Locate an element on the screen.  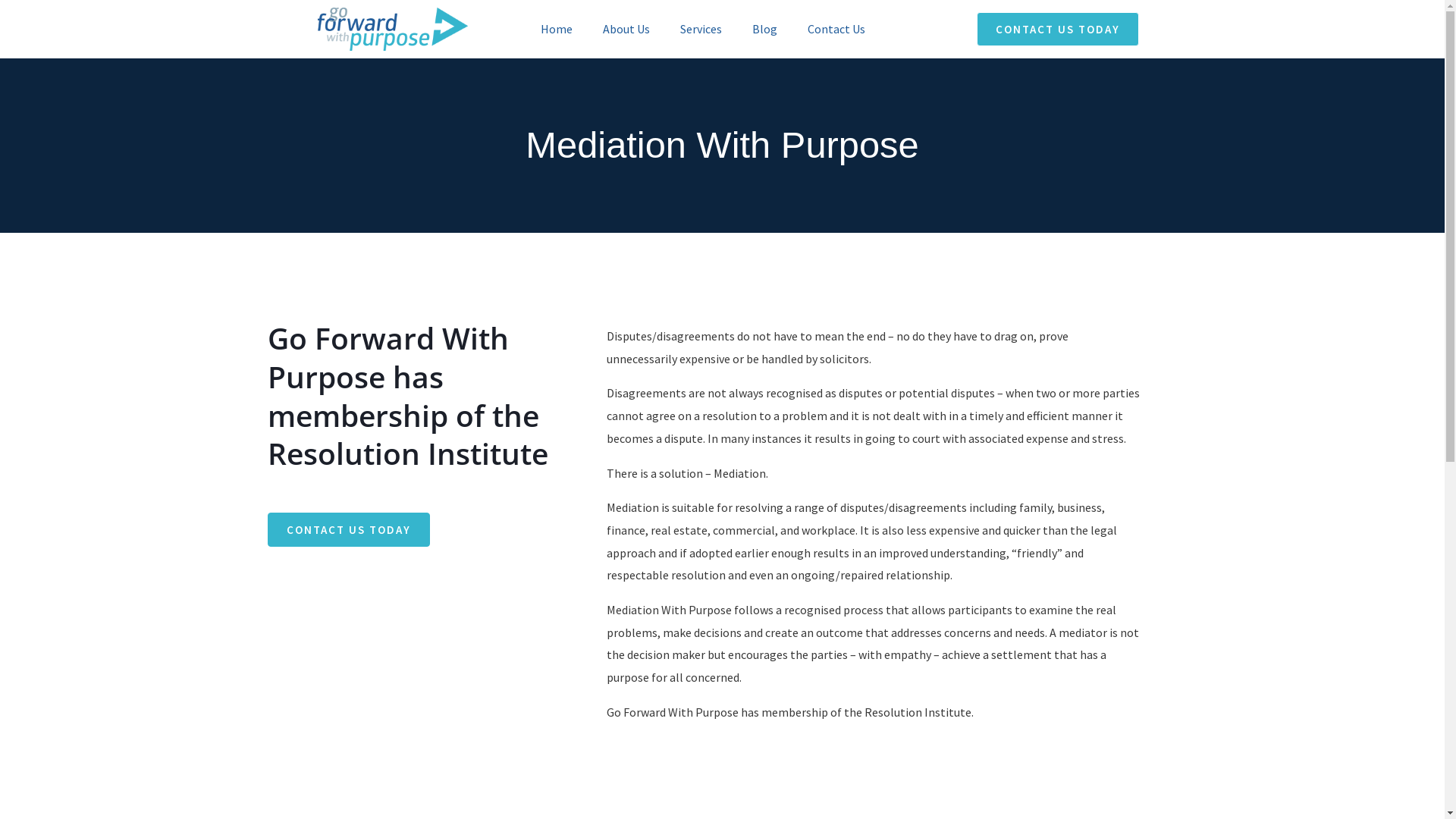
'Contact Us' is located at coordinates (836, 29).